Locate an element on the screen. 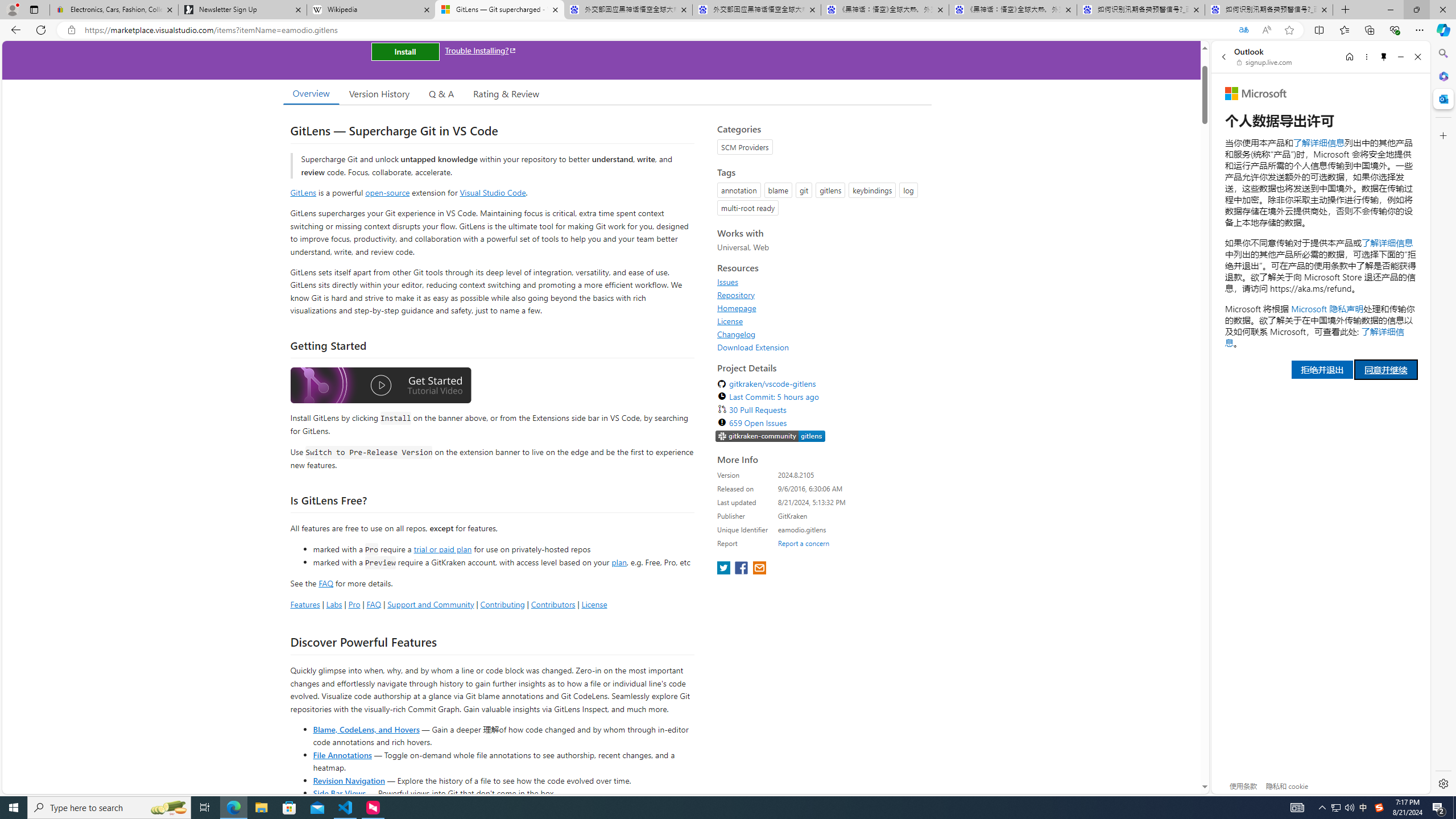 This screenshot has height=819, width=1456. 'Revision Navigation' is located at coordinates (348, 780).